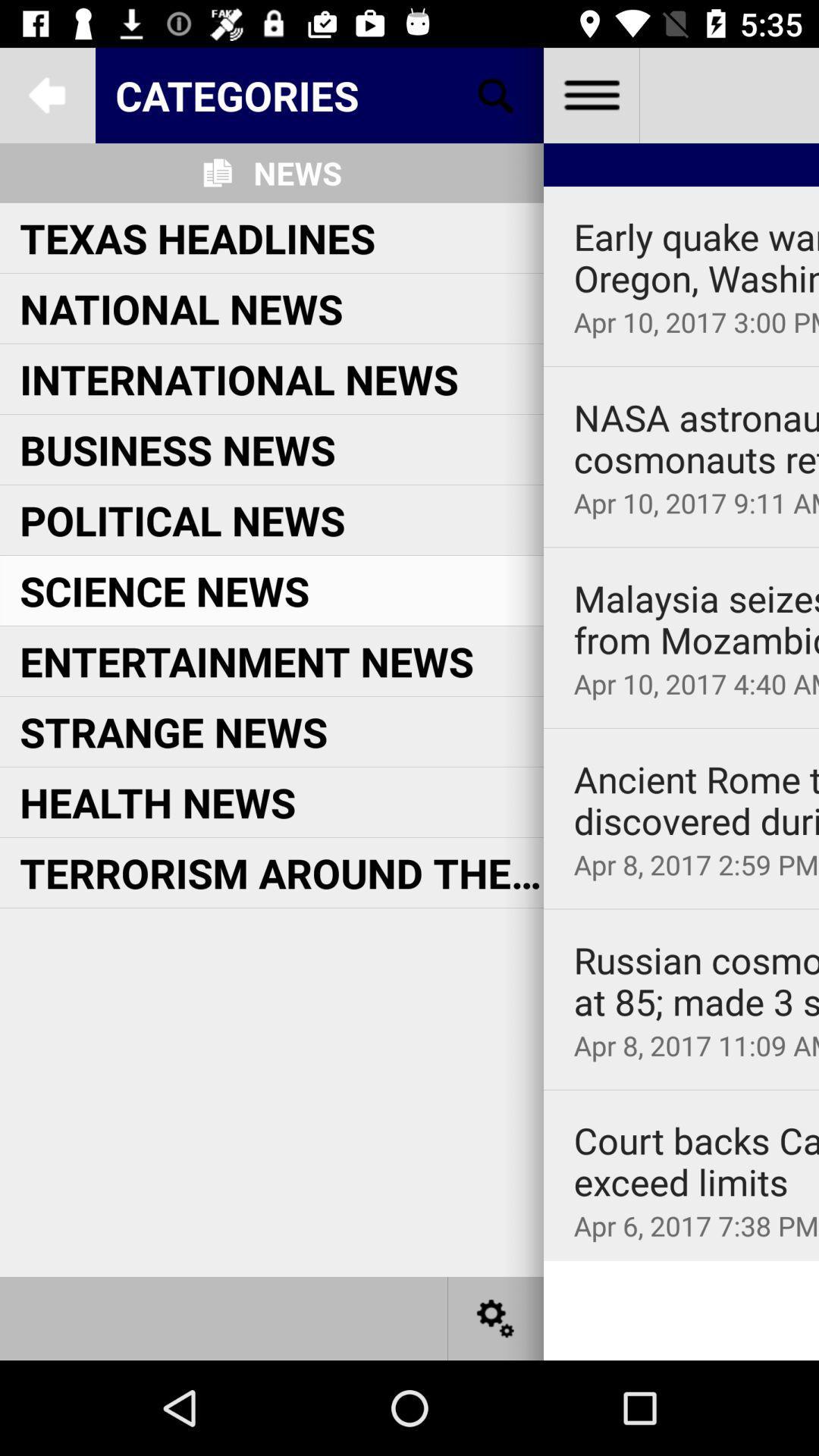  What do you see at coordinates (496, 94) in the screenshot?
I see `search categories` at bounding box center [496, 94].